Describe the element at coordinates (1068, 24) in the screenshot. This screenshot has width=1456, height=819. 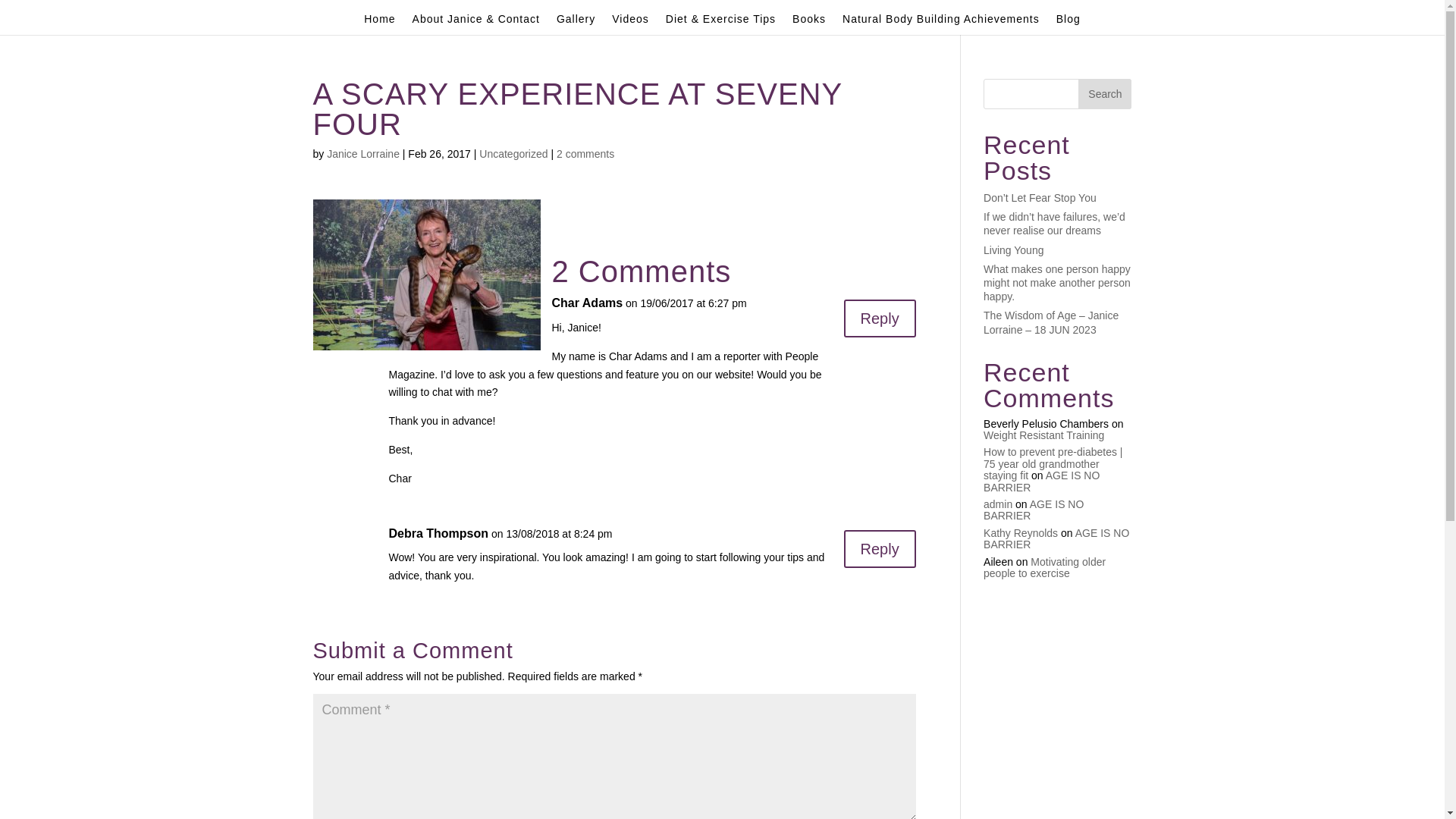
I see `'Blog'` at that location.